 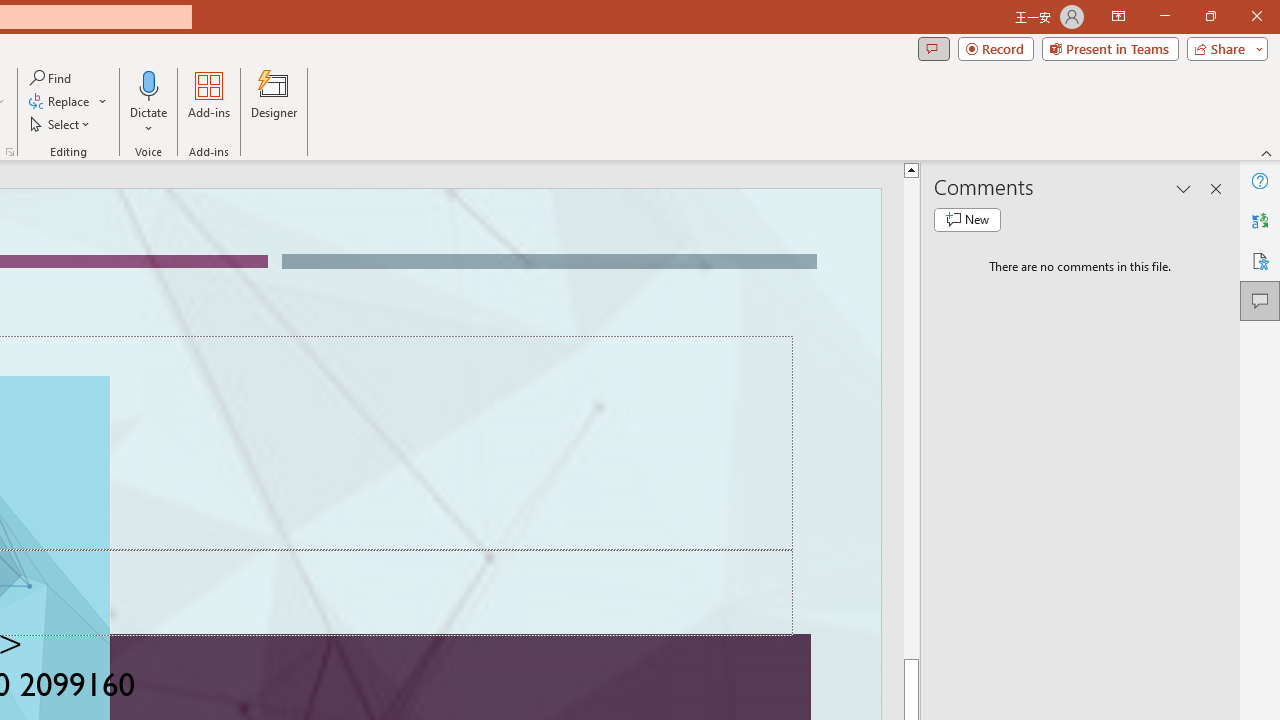 I want to click on 'More Options', so click(x=148, y=121).